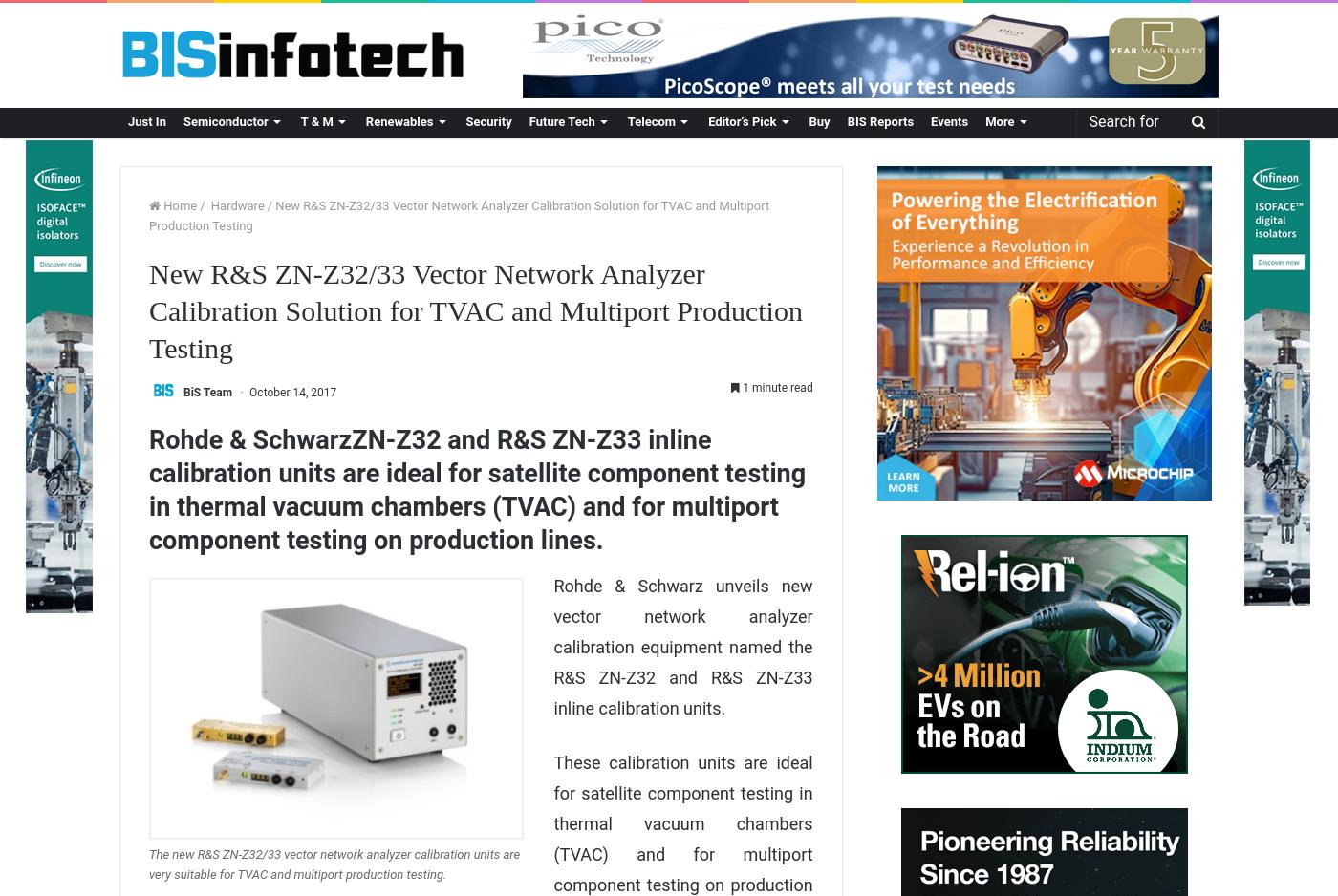 This screenshot has width=1338, height=896. I want to click on '1 minute read', so click(776, 387).